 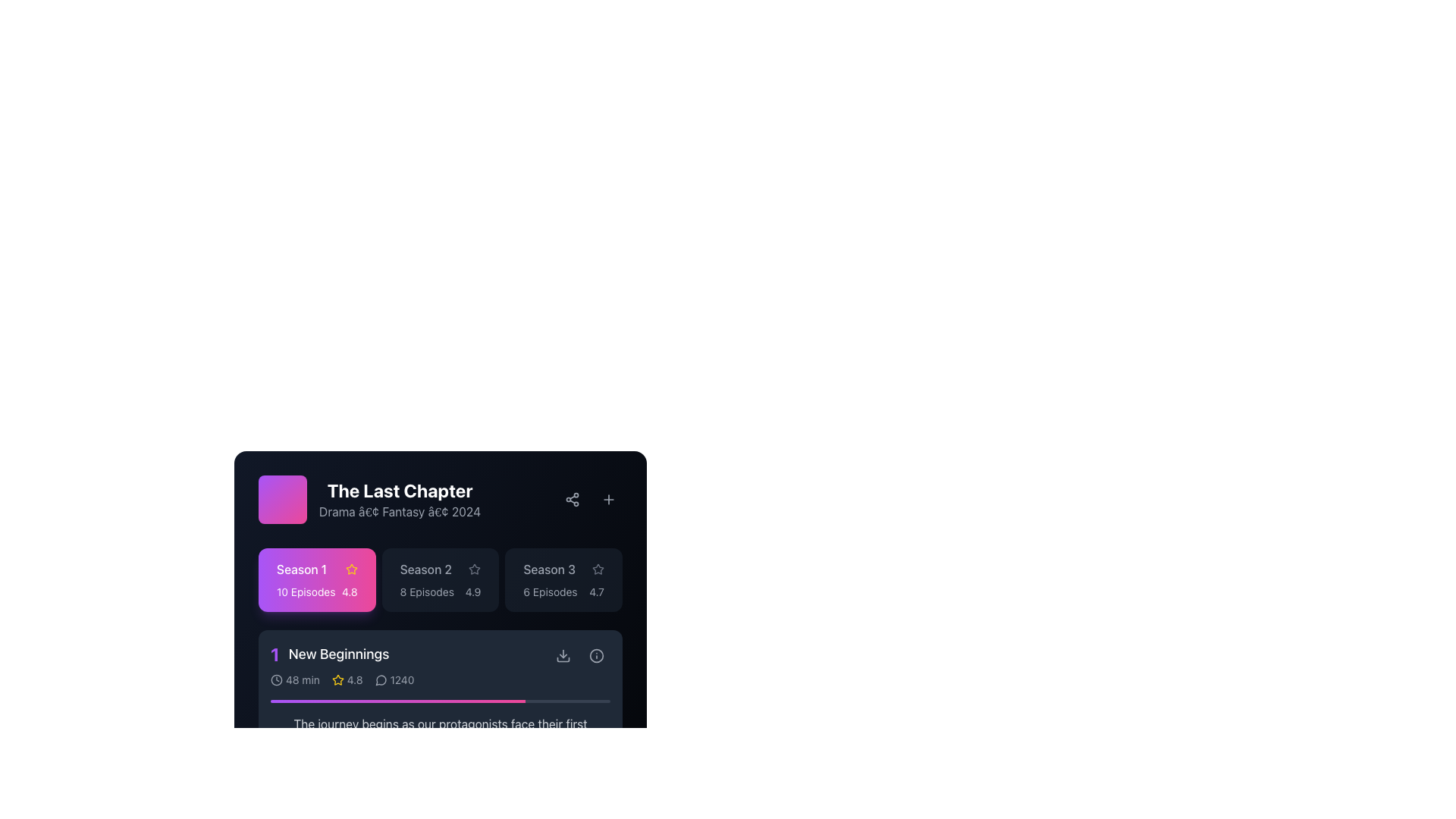 I want to click on the circular outline of the clock icon located in the bottom-left corner of the UI section, so click(x=276, y=679).